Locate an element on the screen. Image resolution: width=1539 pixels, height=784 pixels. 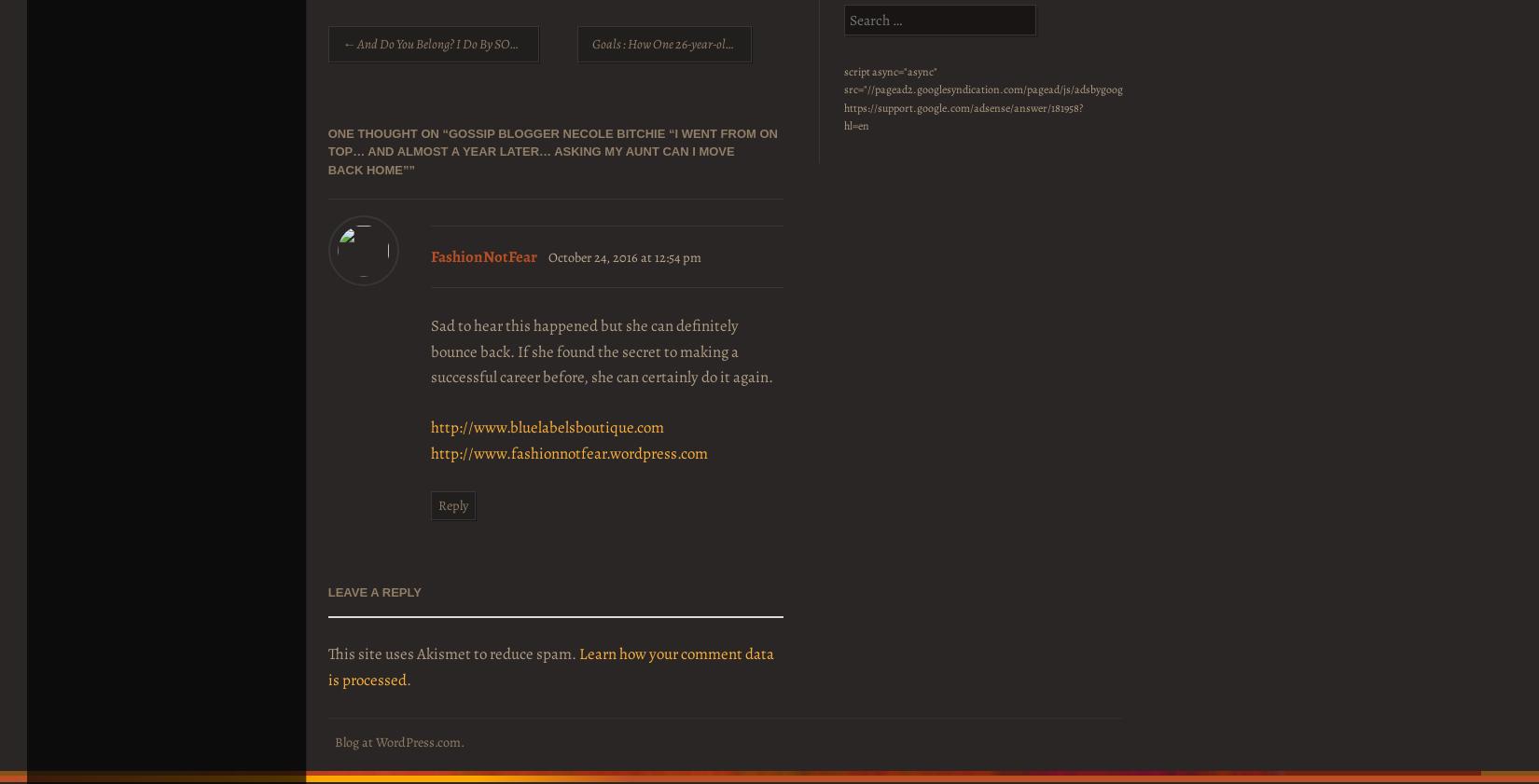
'One thought on “' is located at coordinates (386, 131).